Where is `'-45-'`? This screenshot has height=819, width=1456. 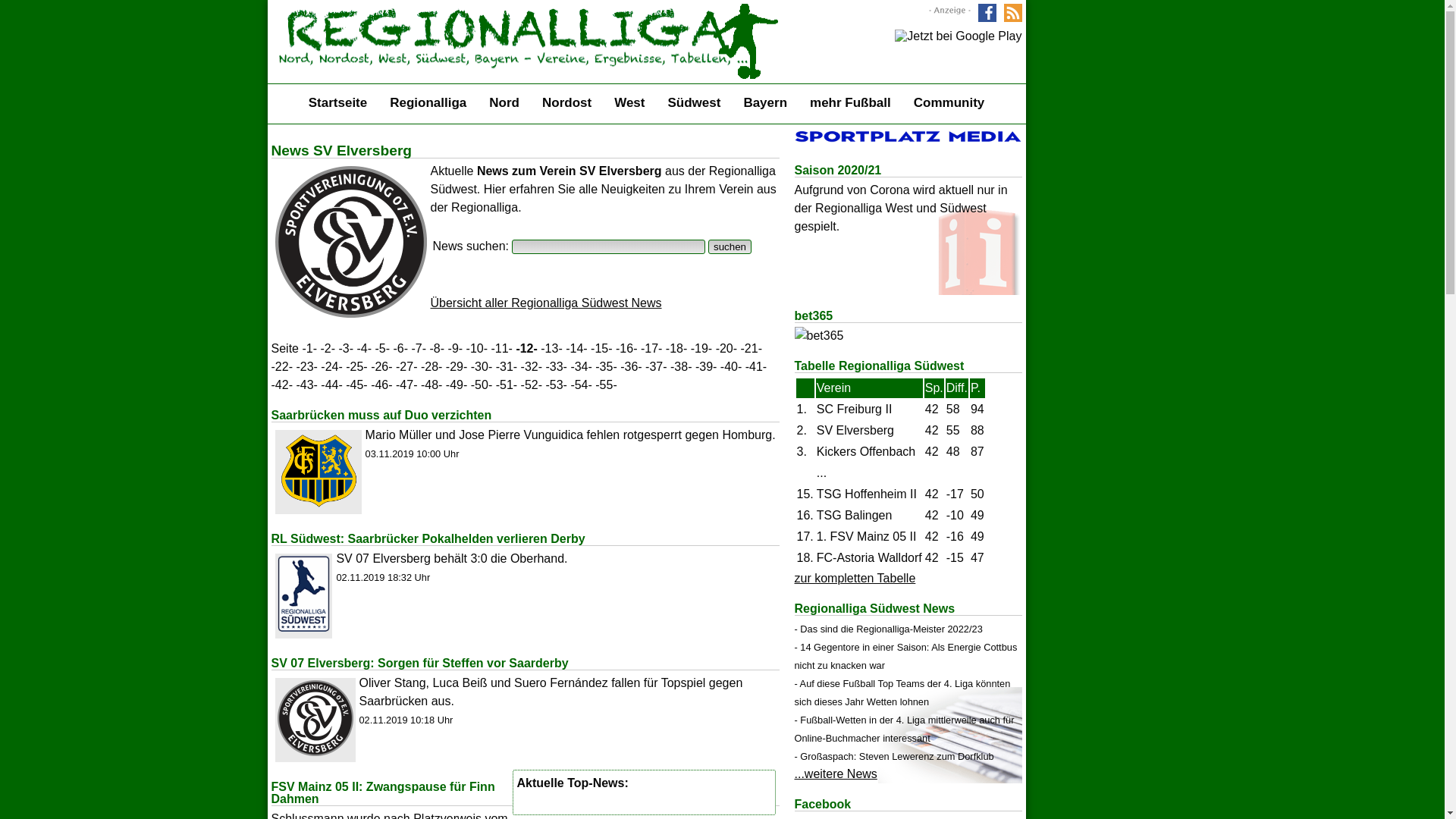 '-45-' is located at coordinates (356, 384).